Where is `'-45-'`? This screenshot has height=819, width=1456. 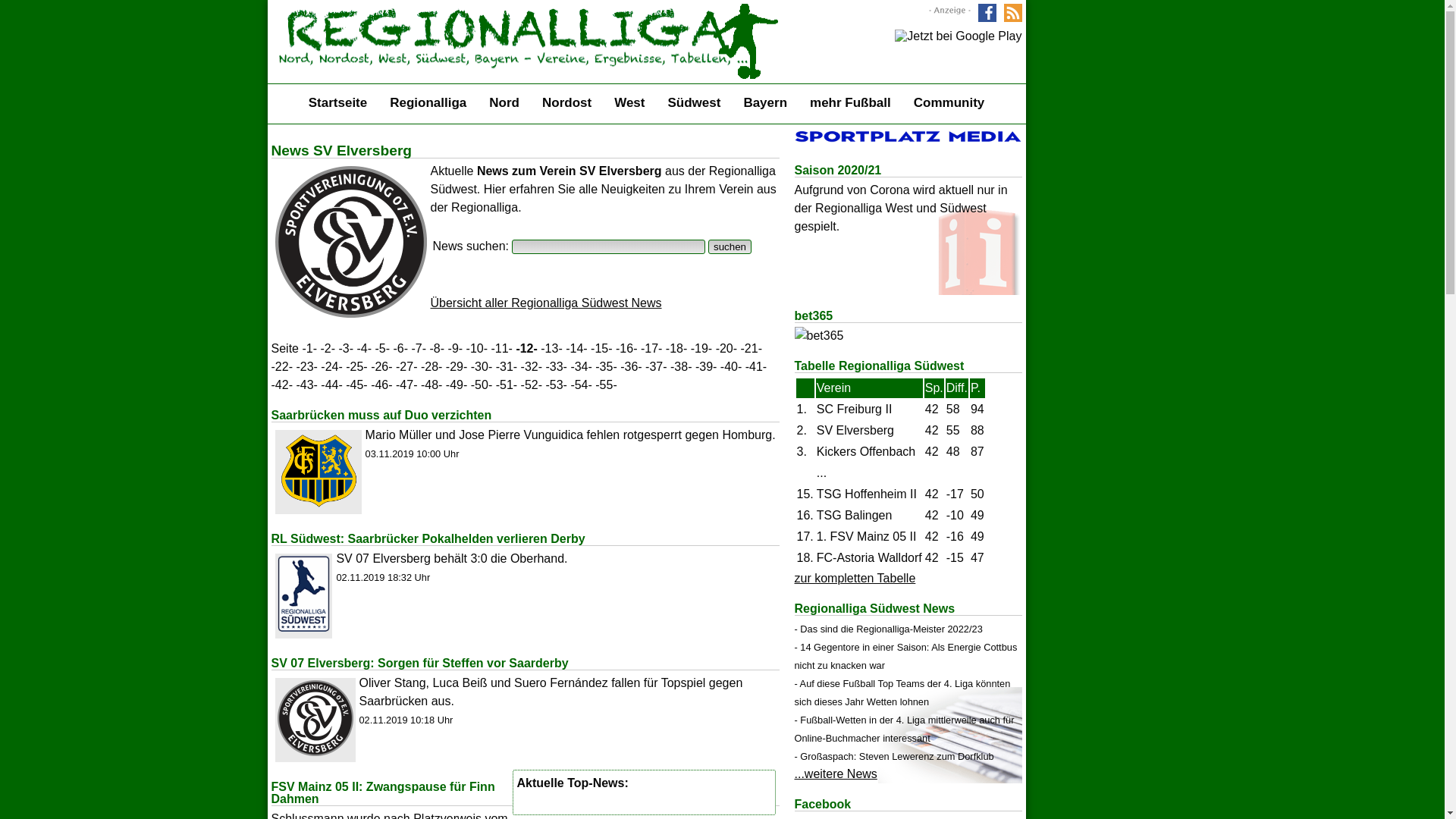 '-45-' is located at coordinates (356, 384).